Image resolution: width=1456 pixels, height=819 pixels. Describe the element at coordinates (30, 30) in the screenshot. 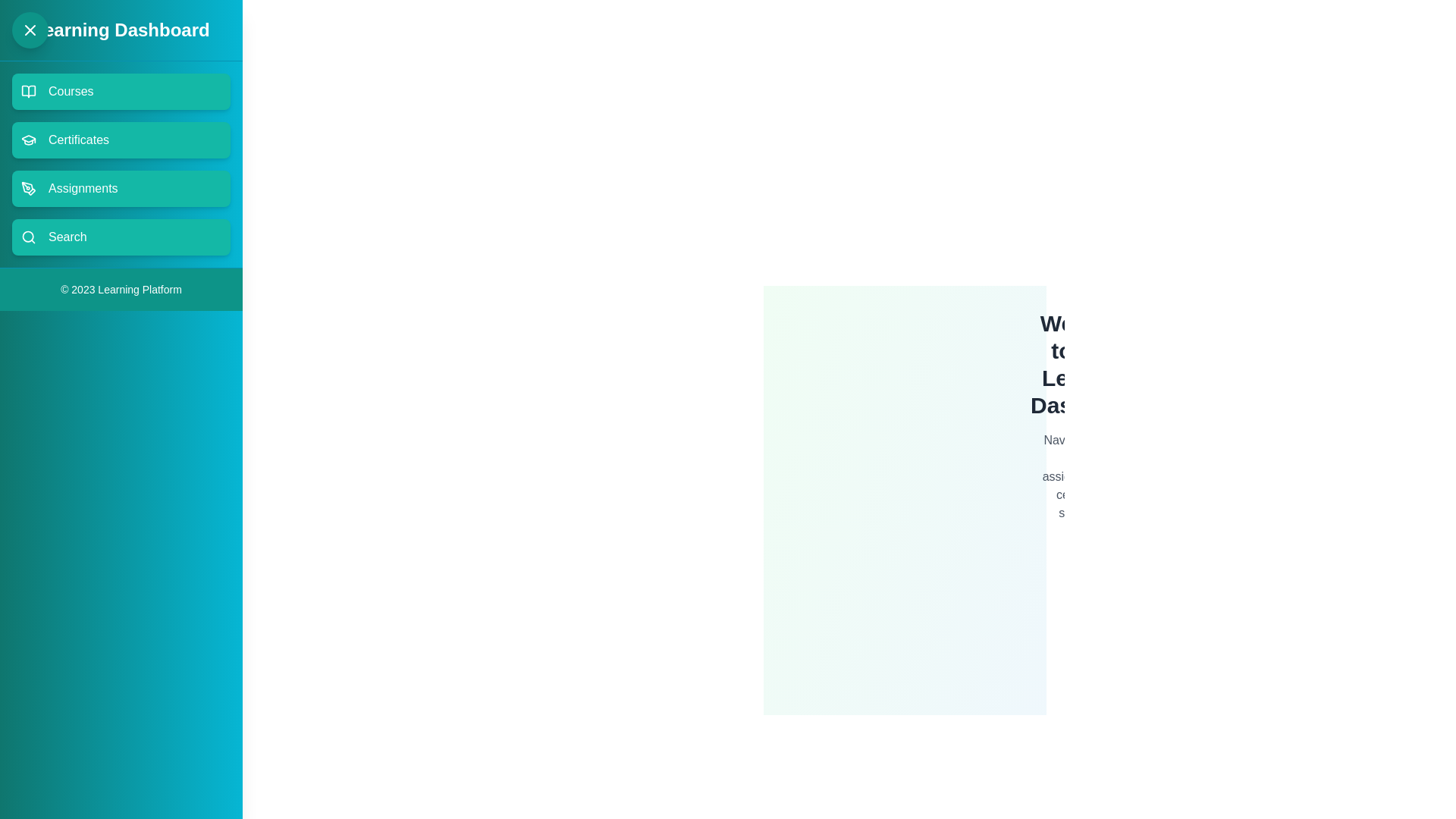

I see `the close icon resembling an 'X' within the teal circular button` at that location.